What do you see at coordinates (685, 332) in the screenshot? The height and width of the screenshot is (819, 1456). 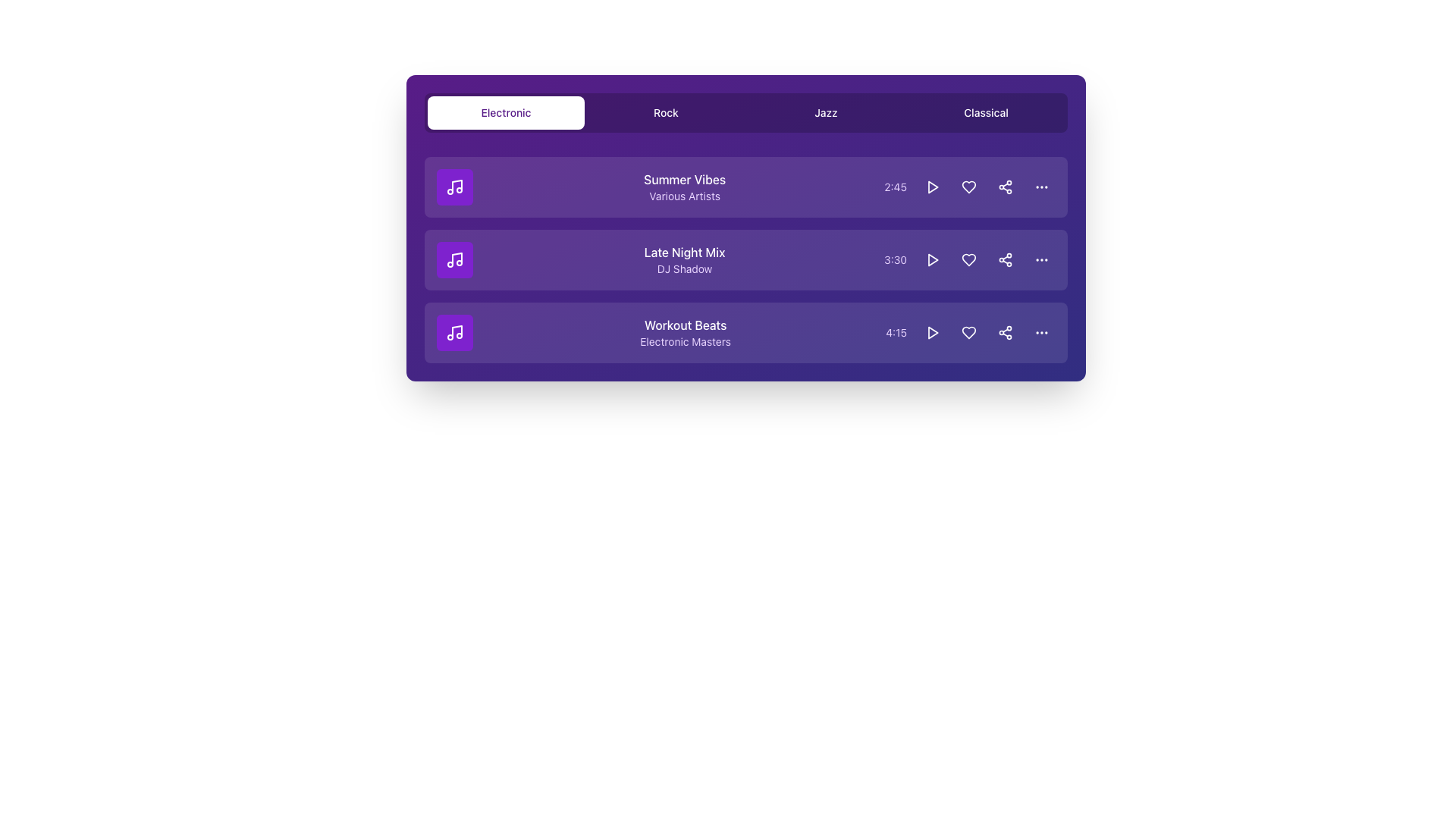 I see `displayed text 'Workout Beats' from the text display element located in the lower part of the list of music items in the 'Electronic' tab` at bounding box center [685, 332].